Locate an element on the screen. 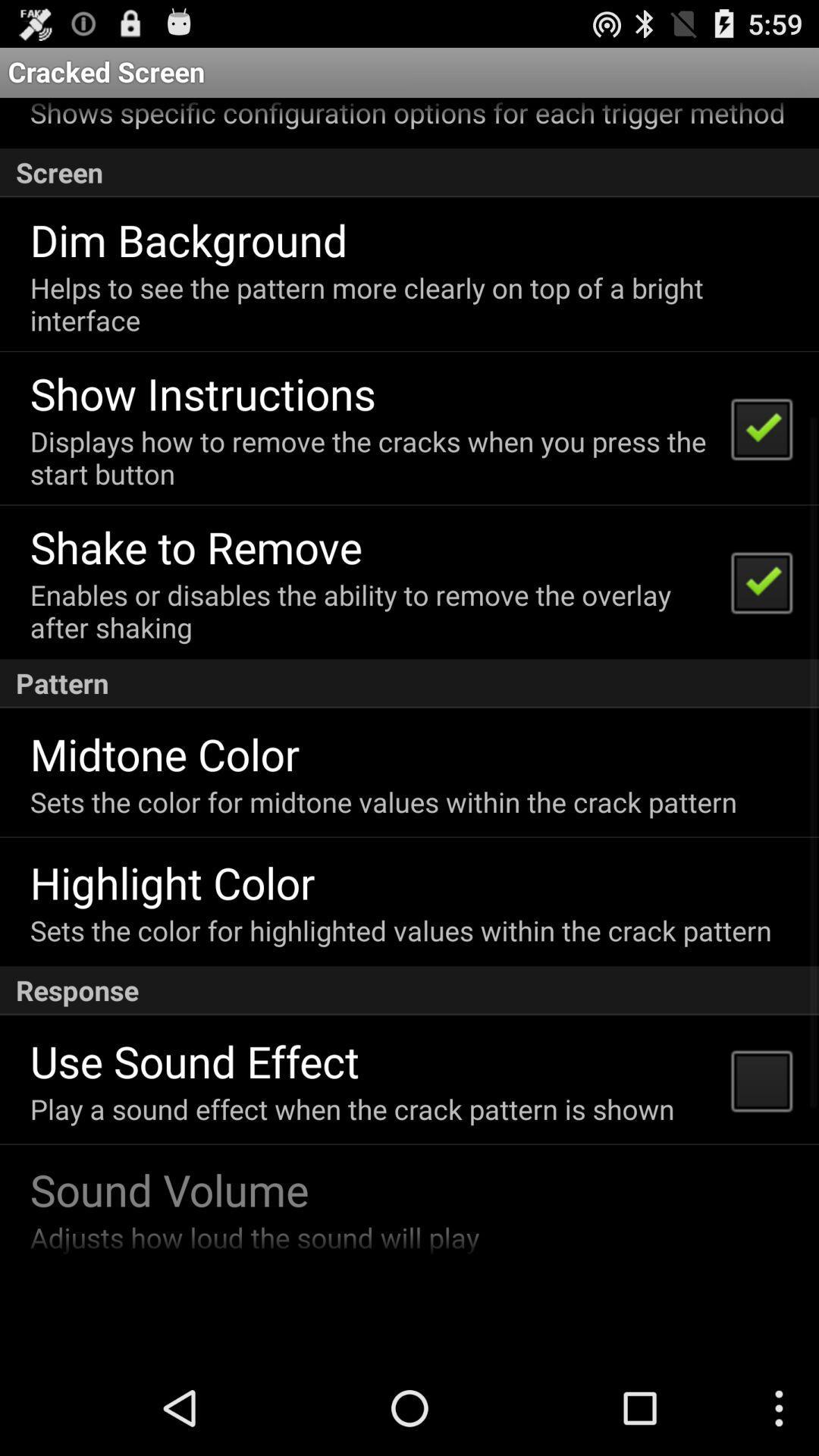  app above the shake to remove is located at coordinates (371, 457).